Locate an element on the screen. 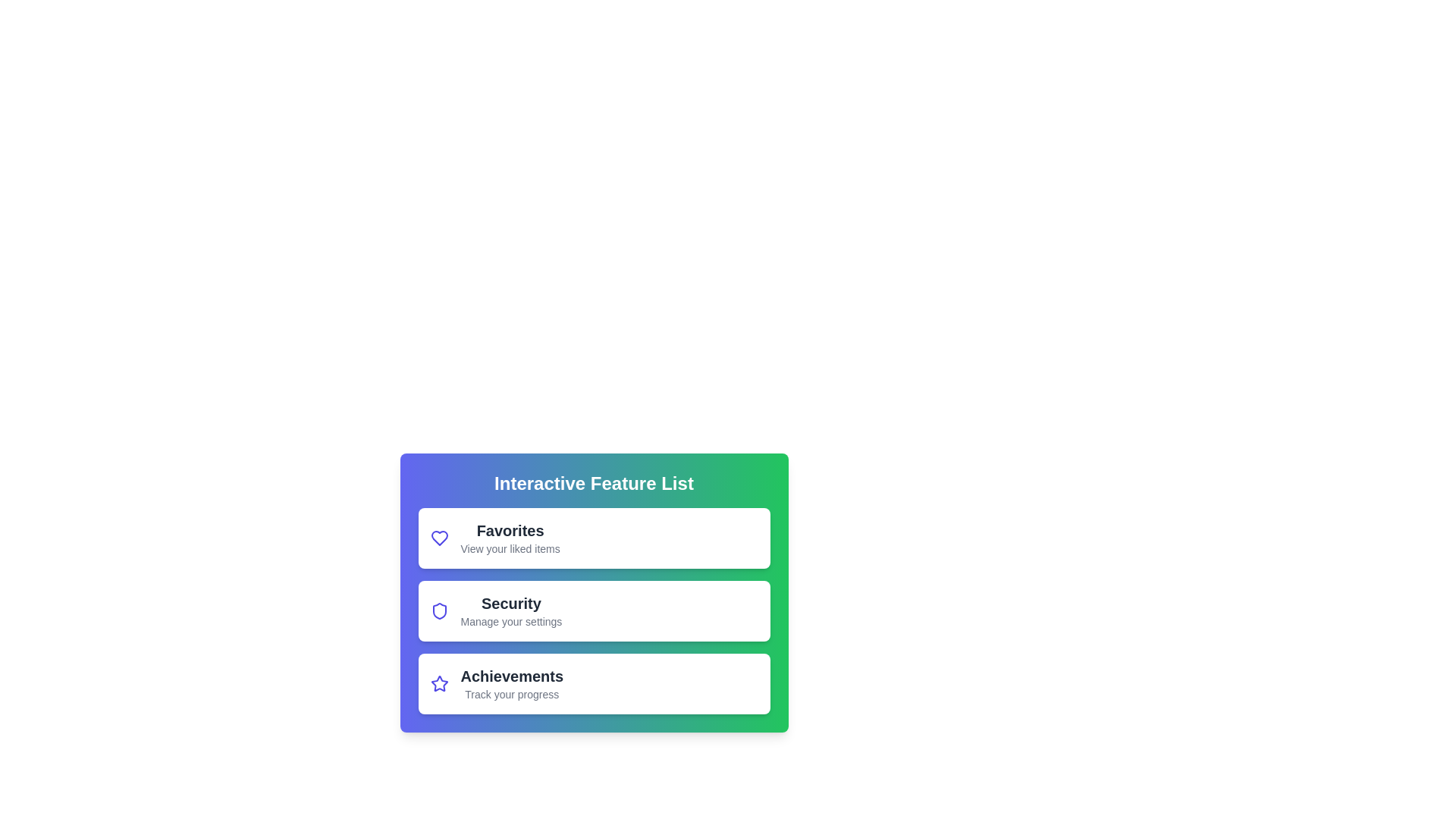 This screenshot has height=819, width=1456. the feature item Security to observe its hover effect is located at coordinates (593, 610).